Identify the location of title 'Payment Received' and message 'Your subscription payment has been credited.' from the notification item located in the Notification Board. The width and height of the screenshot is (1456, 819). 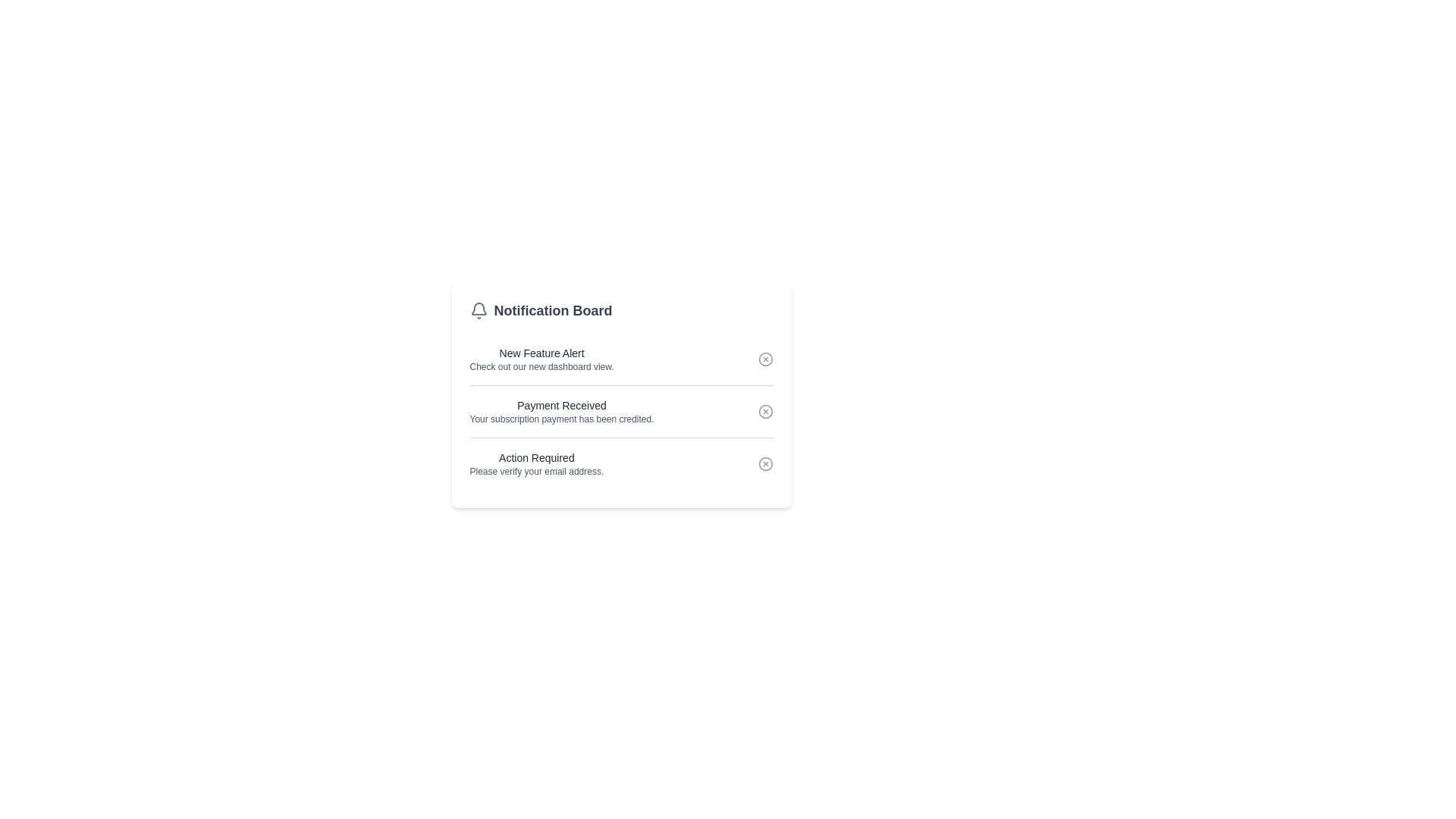
(621, 411).